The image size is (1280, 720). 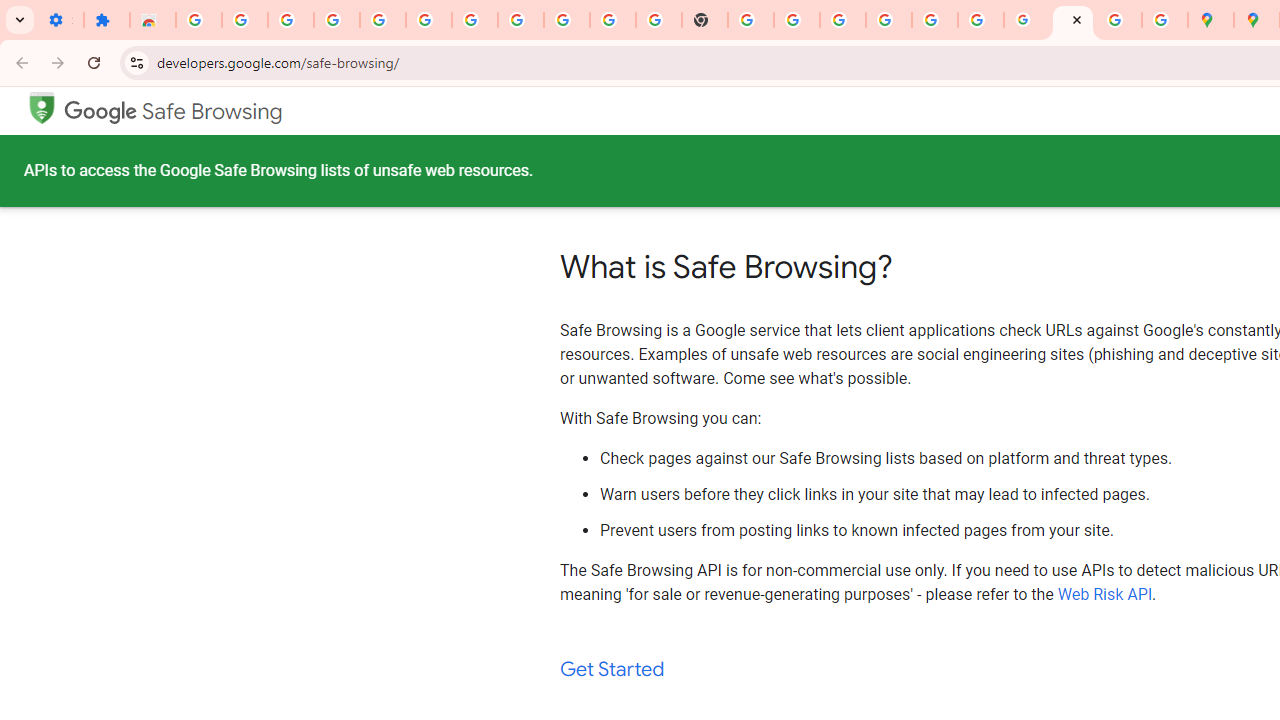 What do you see at coordinates (173, 111) in the screenshot?
I see `'Google Safe Browsing'` at bounding box center [173, 111].